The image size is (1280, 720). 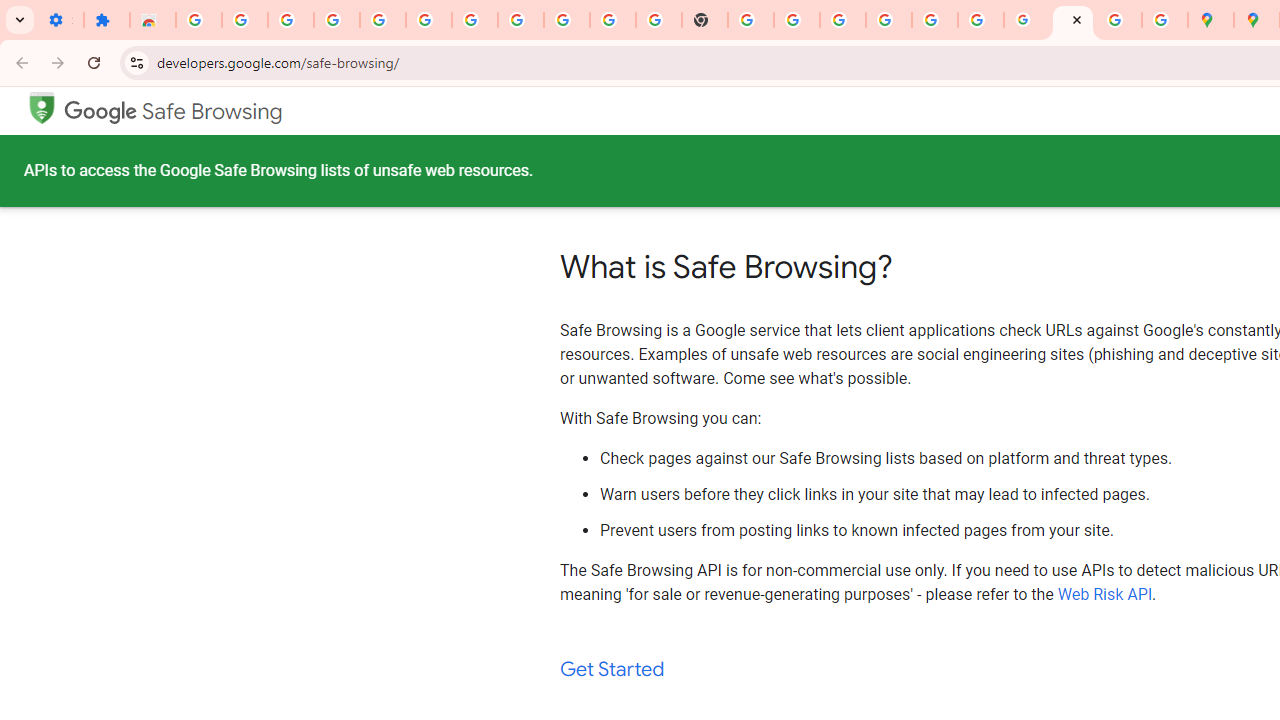 What do you see at coordinates (173, 111) in the screenshot?
I see `'Google Safe Browsing'` at bounding box center [173, 111].